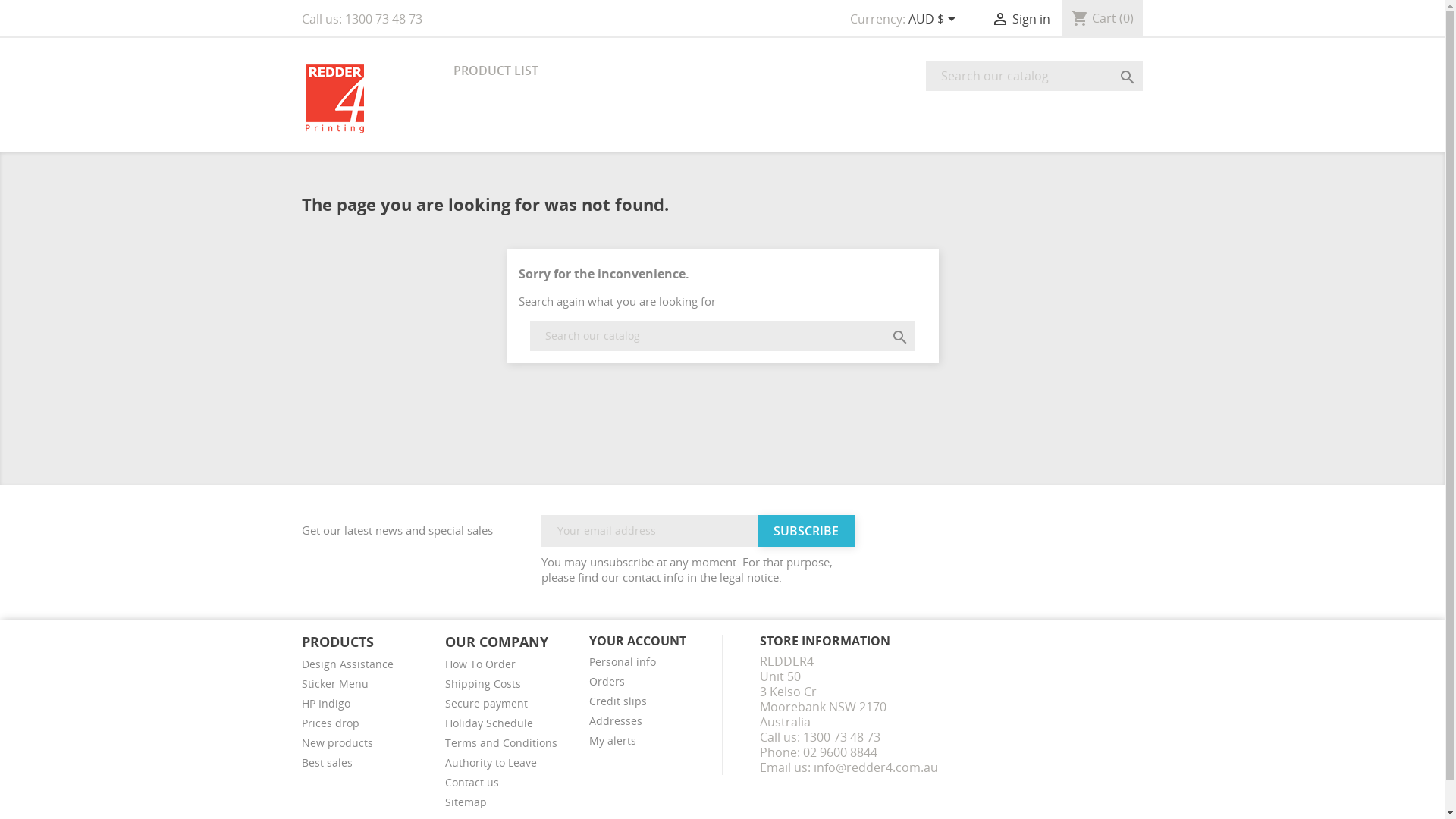  What do you see at coordinates (637, 640) in the screenshot?
I see `'YOUR ACCOUNT'` at bounding box center [637, 640].